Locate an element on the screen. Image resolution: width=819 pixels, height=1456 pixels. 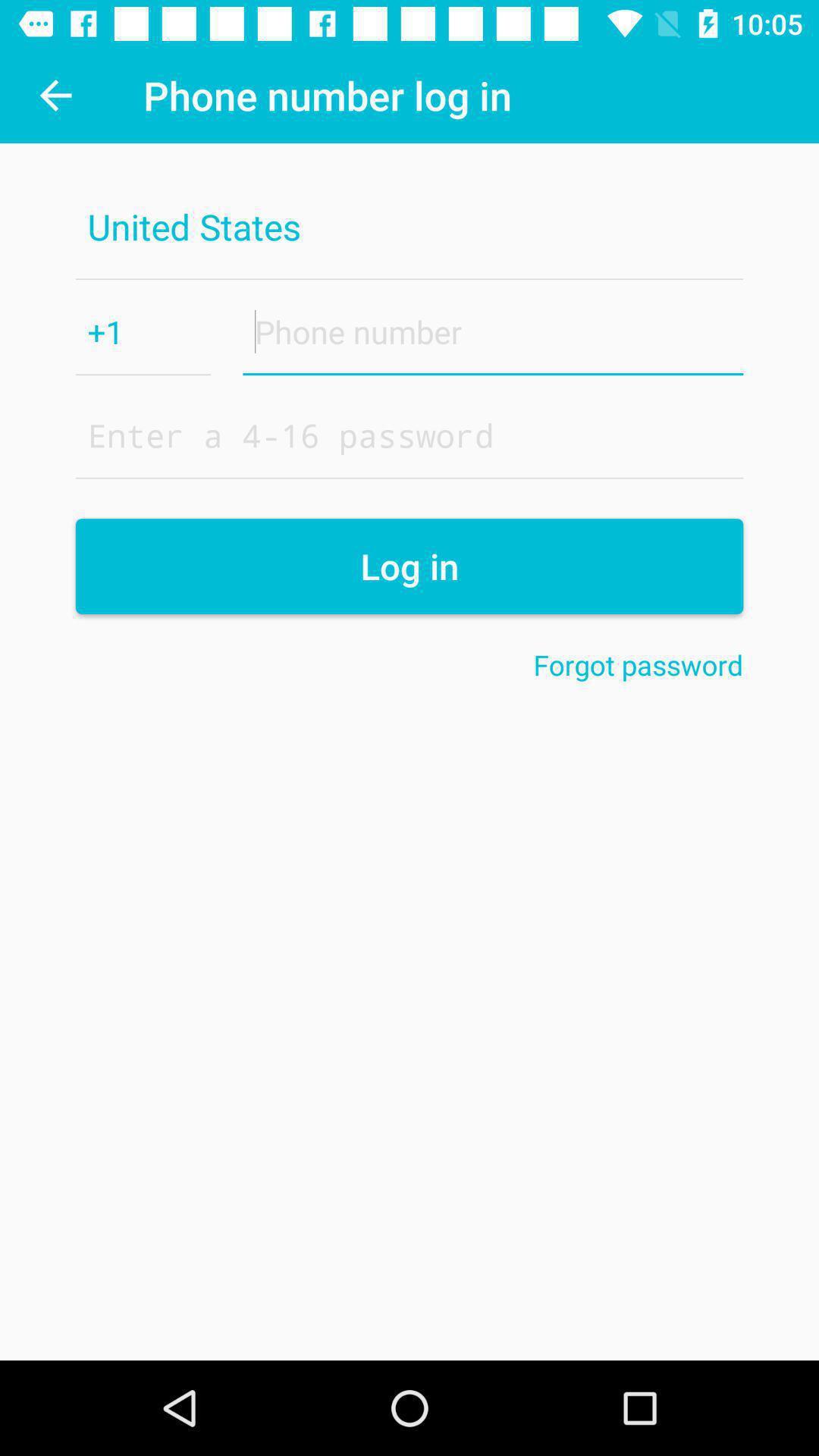
+1 item is located at coordinates (143, 331).